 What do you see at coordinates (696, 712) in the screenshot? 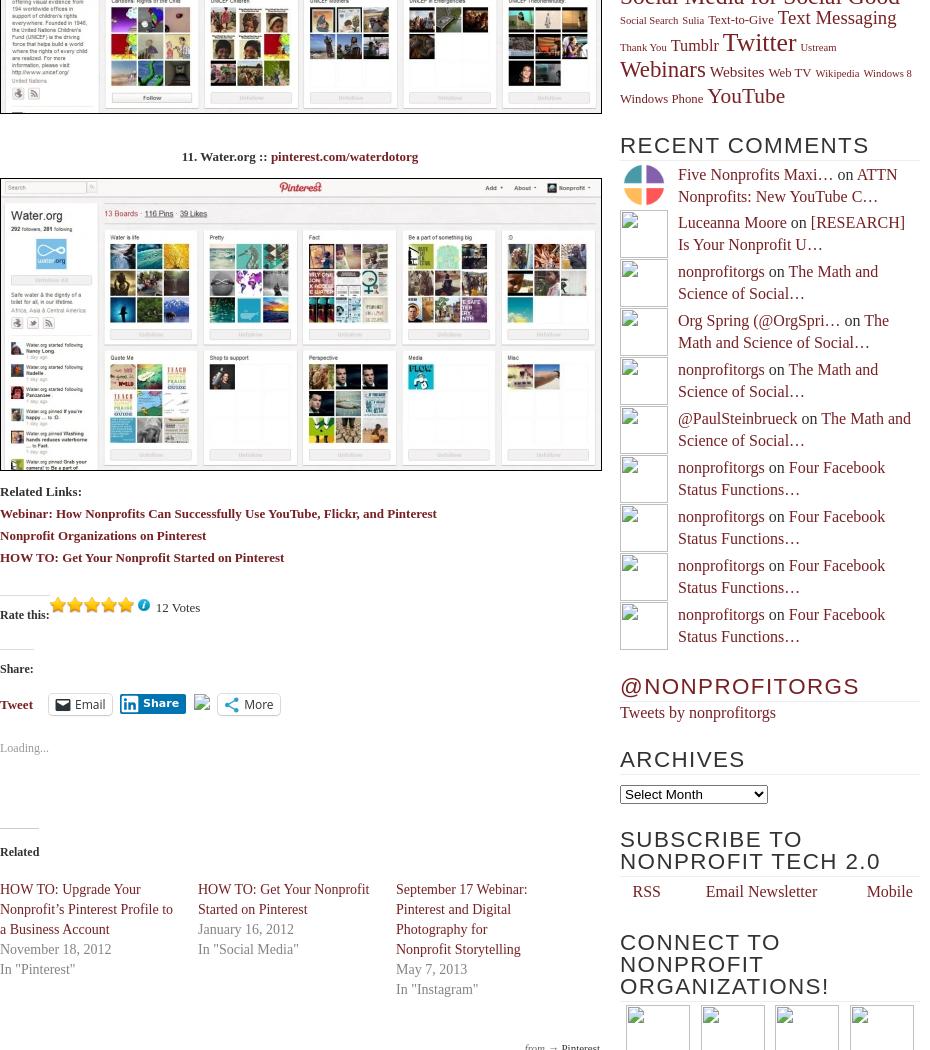
I see `'Tweets by nonprofitorgs'` at bounding box center [696, 712].